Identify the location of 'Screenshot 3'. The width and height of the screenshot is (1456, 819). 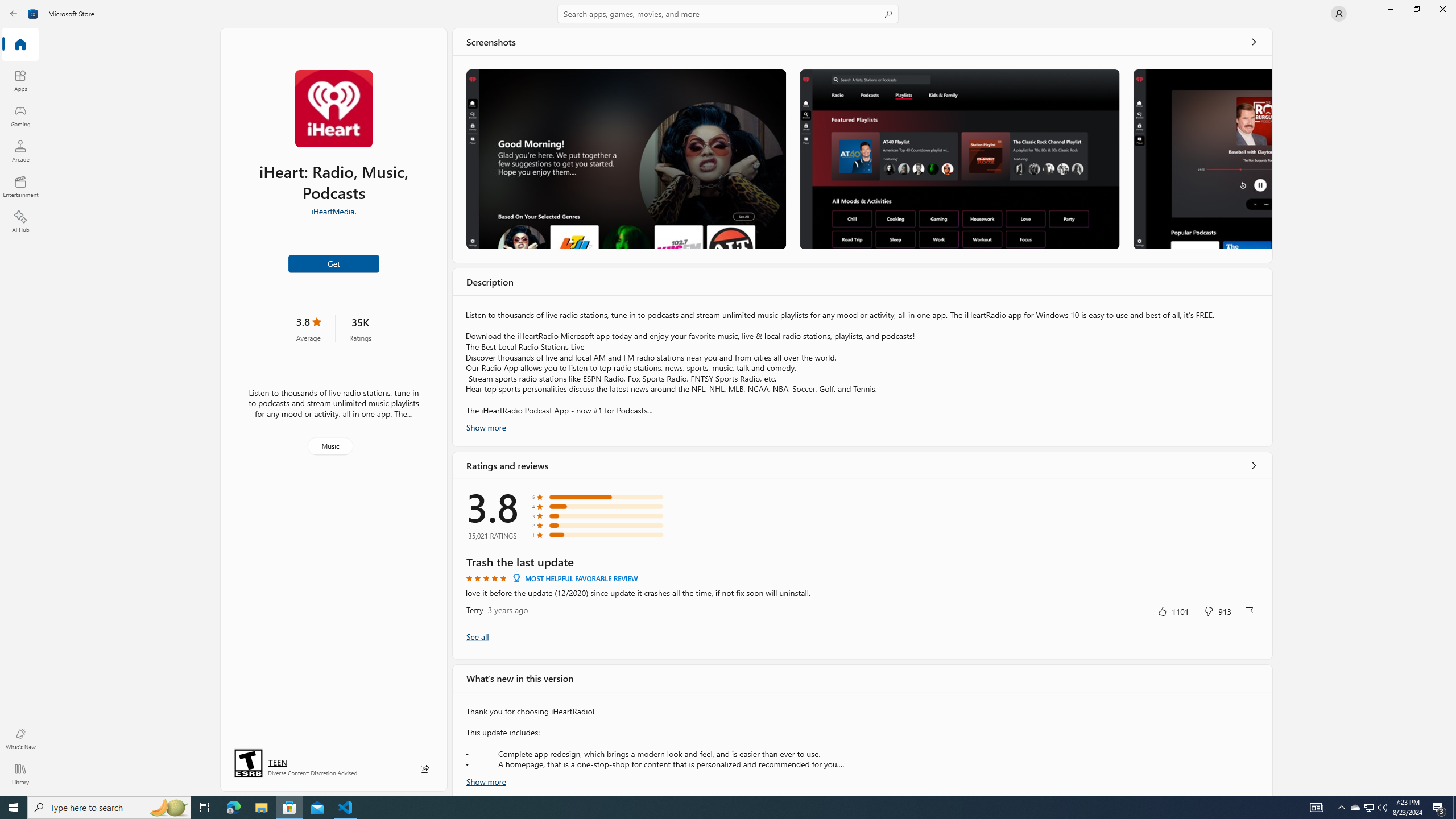
(1201, 159).